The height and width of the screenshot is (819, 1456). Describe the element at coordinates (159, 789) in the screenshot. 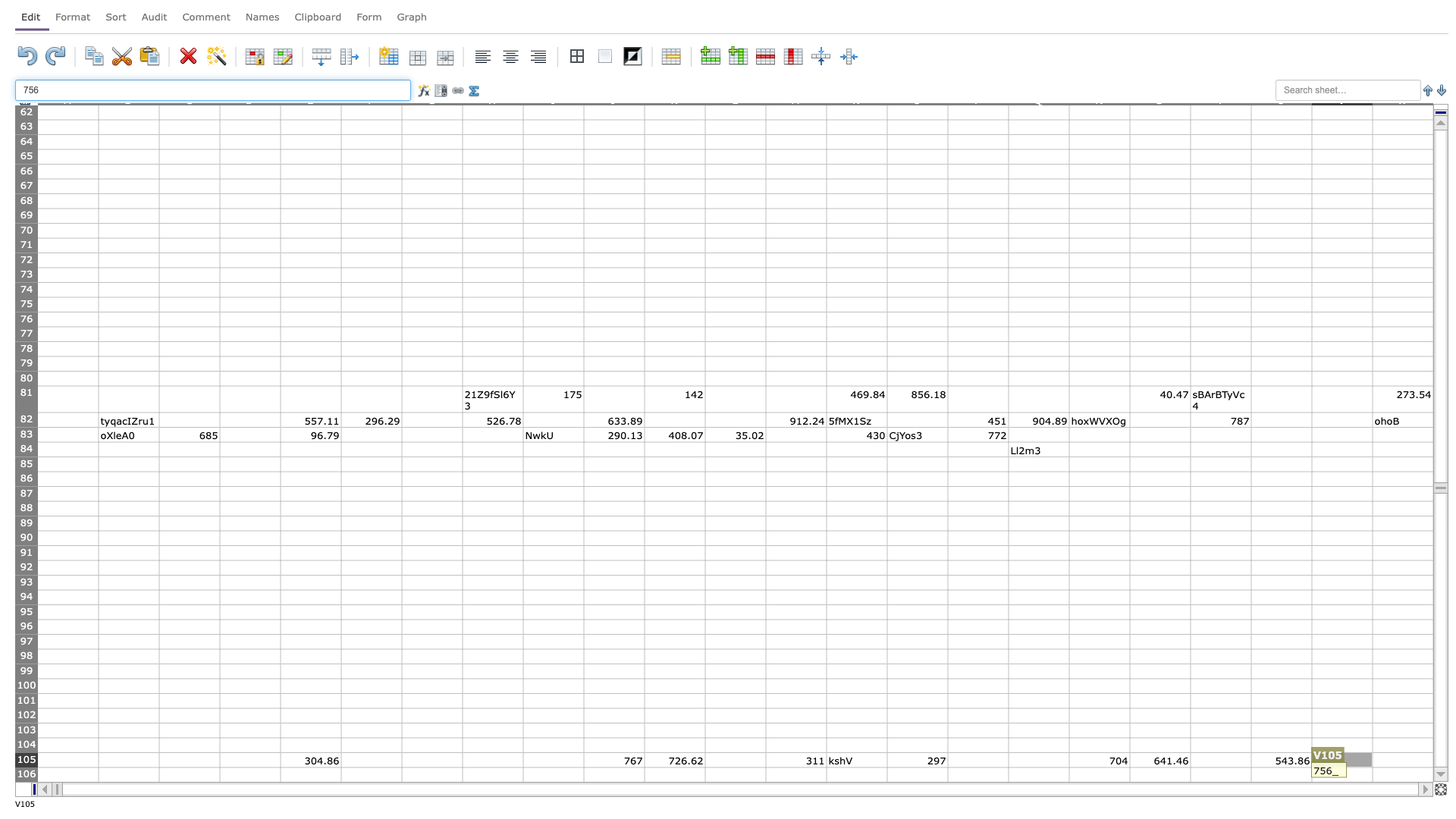

I see `Right edge at position B107` at that location.